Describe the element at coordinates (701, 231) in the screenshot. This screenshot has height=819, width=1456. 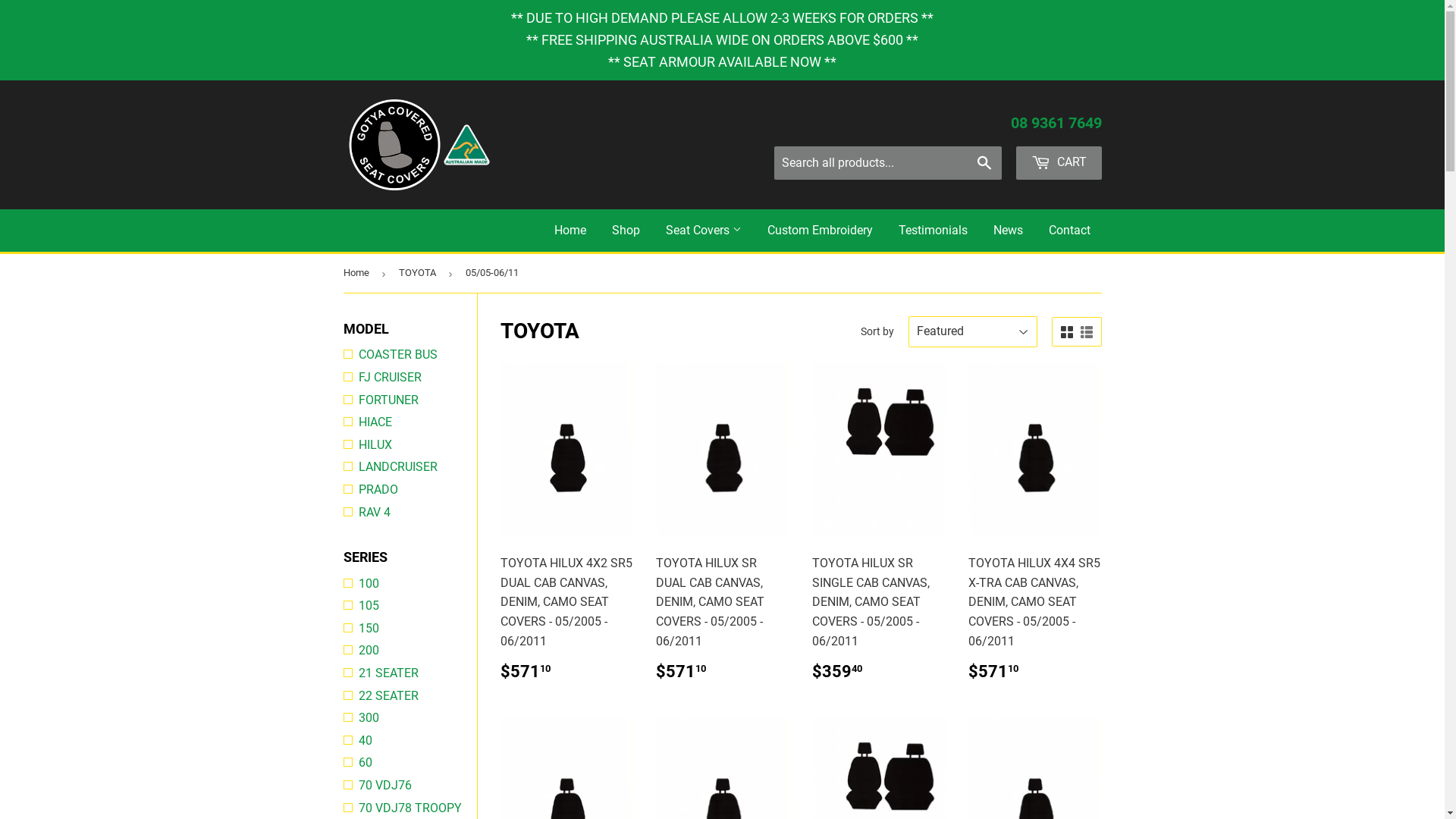
I see `'Seat Covers'` at that location.